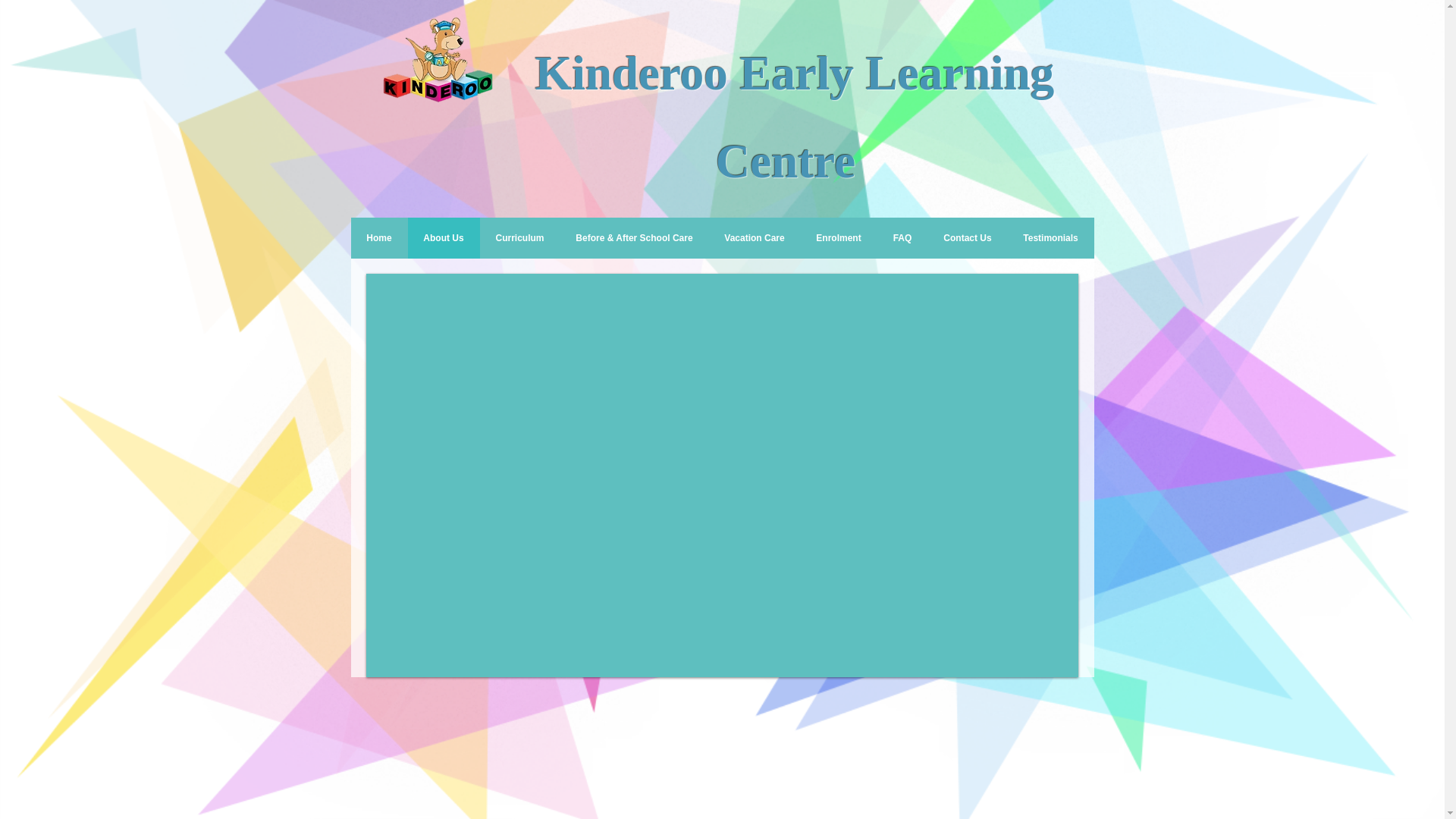 The height and width of the screenshot is (819, 1456). What do you see at coordinates (535, 73) in the screenshot?
I see `'Kinderoo'` at bounding box center [535, 73].